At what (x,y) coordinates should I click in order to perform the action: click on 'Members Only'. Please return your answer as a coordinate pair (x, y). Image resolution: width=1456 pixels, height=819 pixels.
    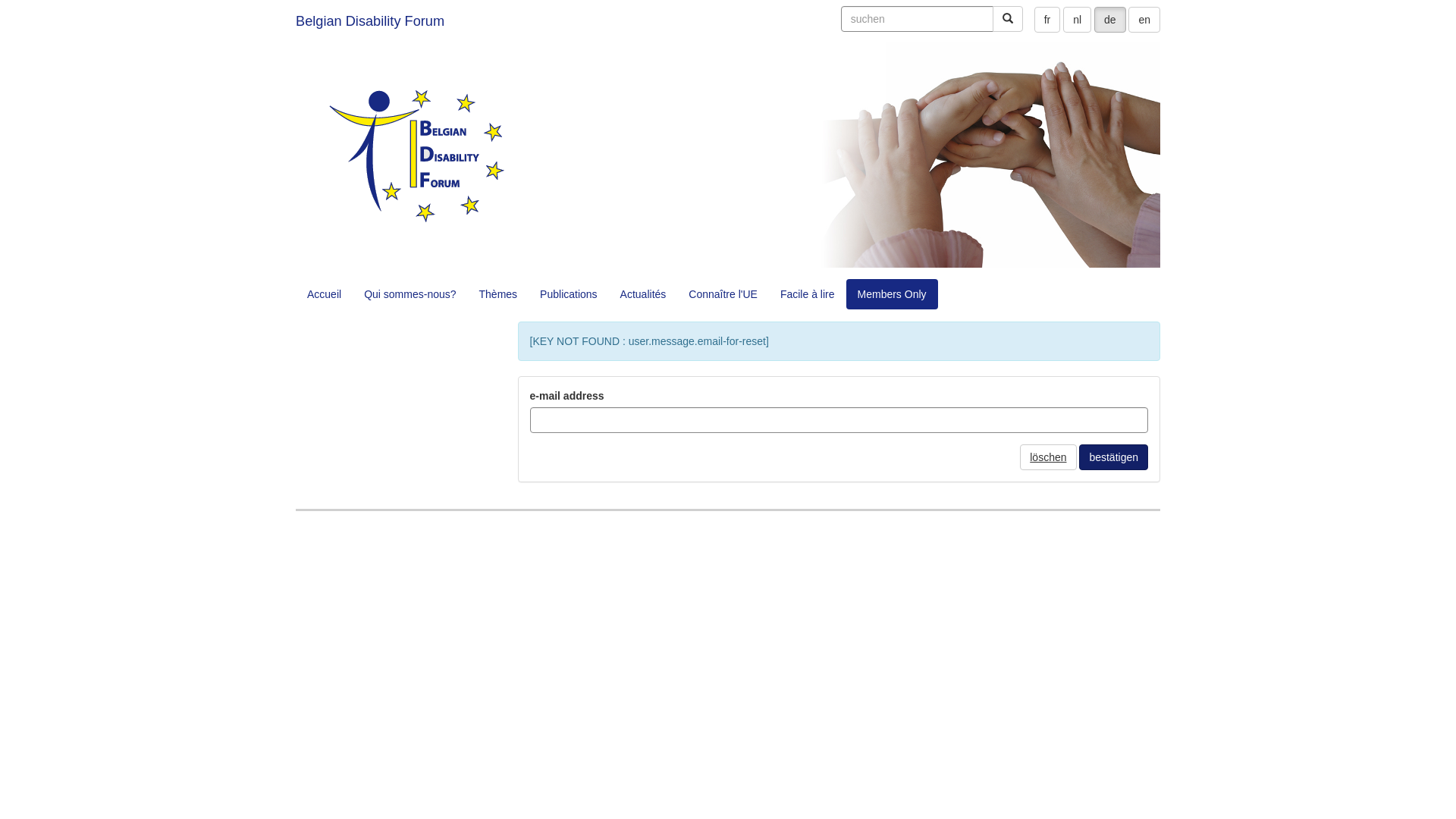
    Looking at the image, I should click on (846, 294).